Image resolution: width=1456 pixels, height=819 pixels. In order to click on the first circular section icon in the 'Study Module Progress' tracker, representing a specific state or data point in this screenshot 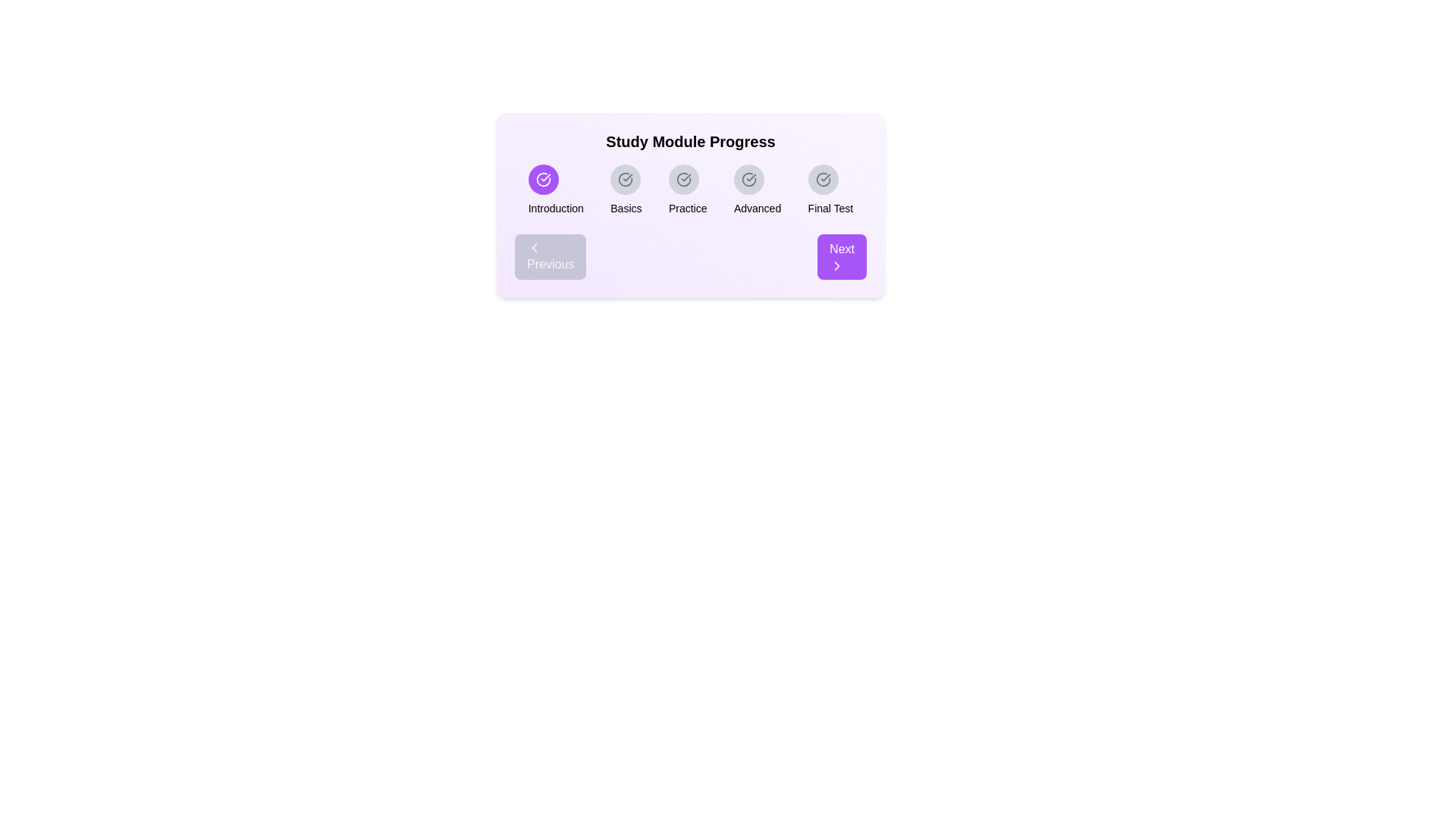, I will do `click(543, 178)`.